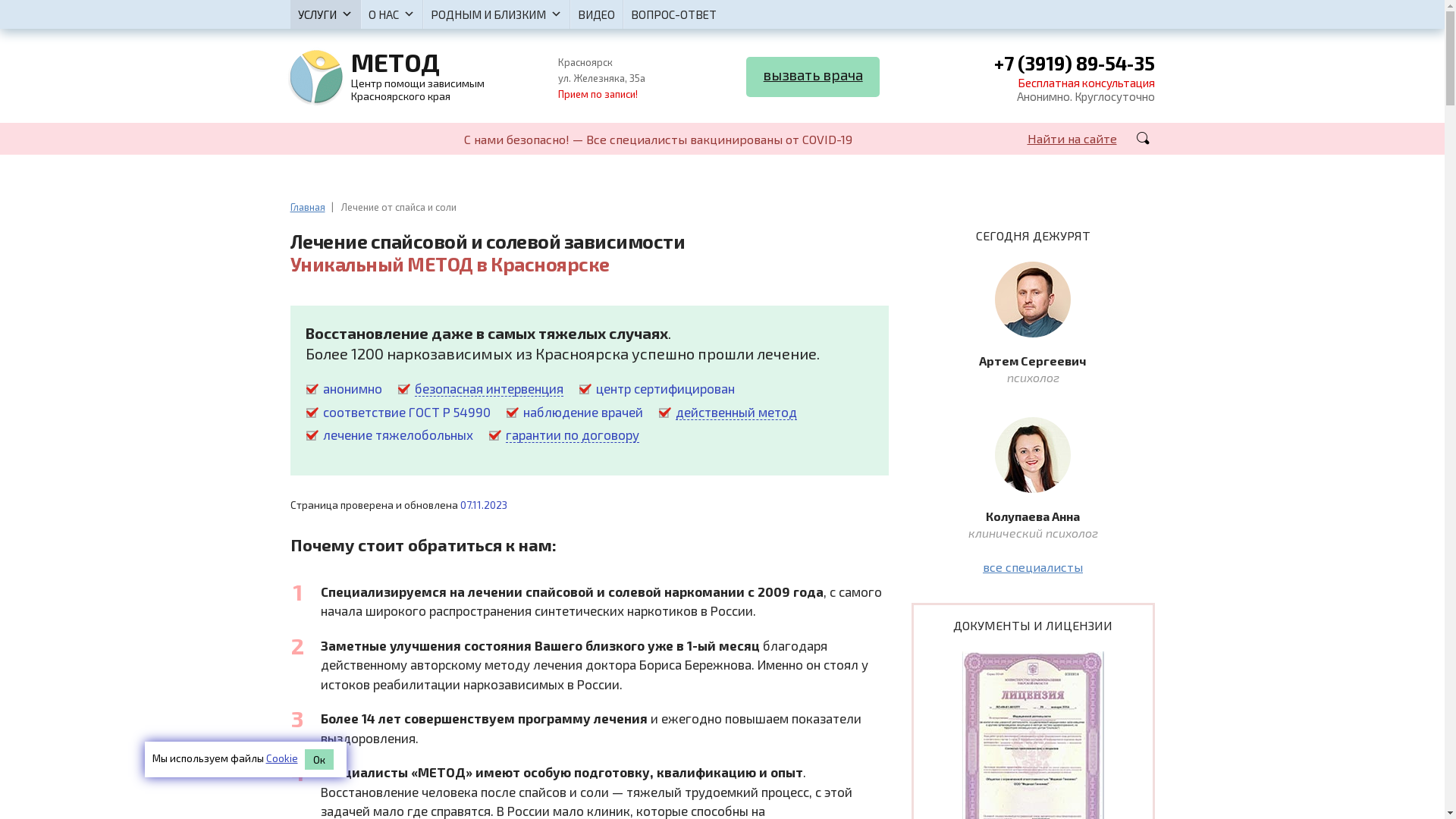 This screenshot has height=819, width=1456. I want to click on '+7 (3919) 89-54-35', so click(1073, 64).